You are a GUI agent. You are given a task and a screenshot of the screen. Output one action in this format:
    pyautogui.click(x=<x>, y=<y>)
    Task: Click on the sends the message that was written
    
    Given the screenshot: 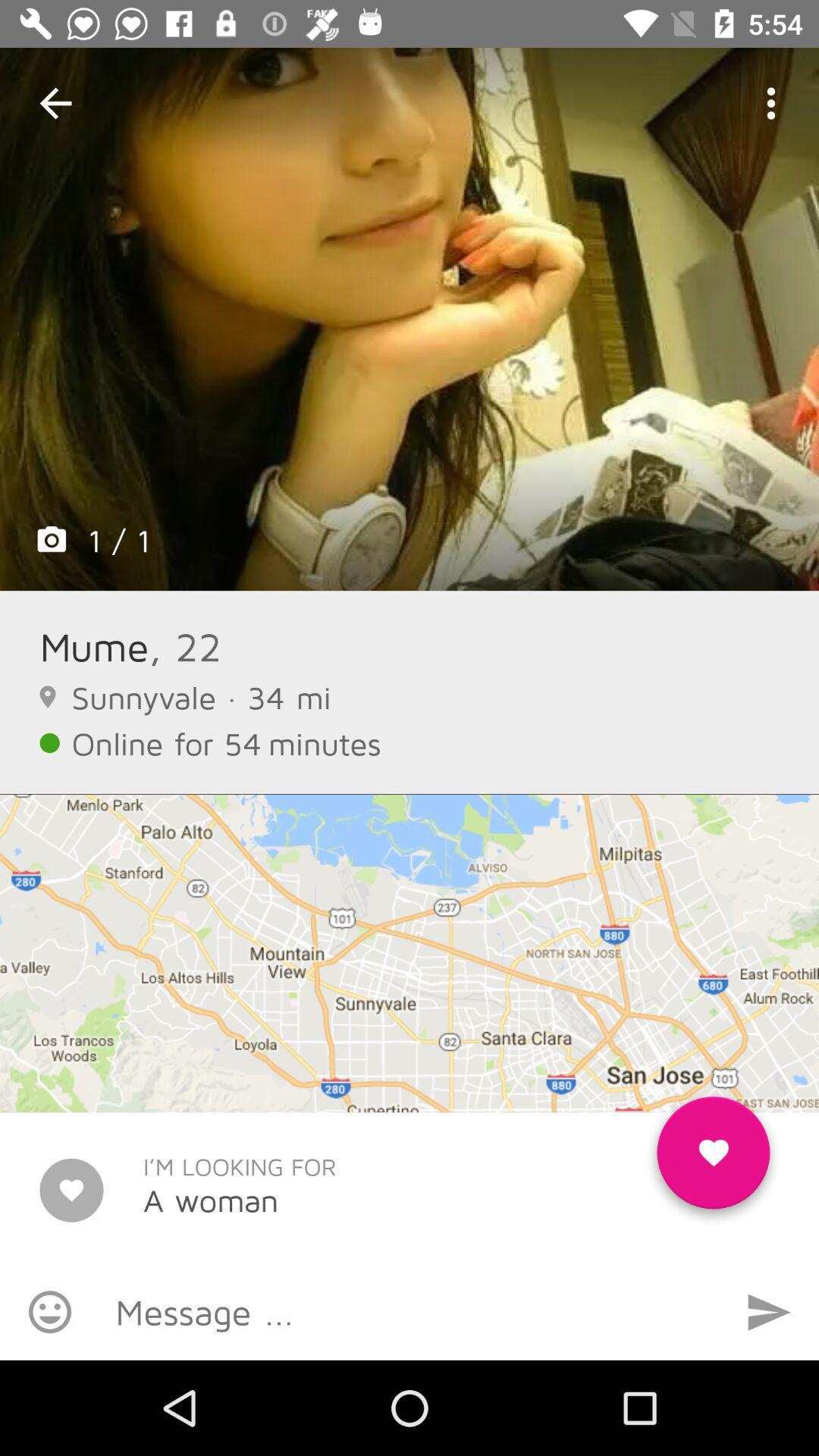 What is the action you would take?
    pyautogui.click(x=769, y=1311)
    